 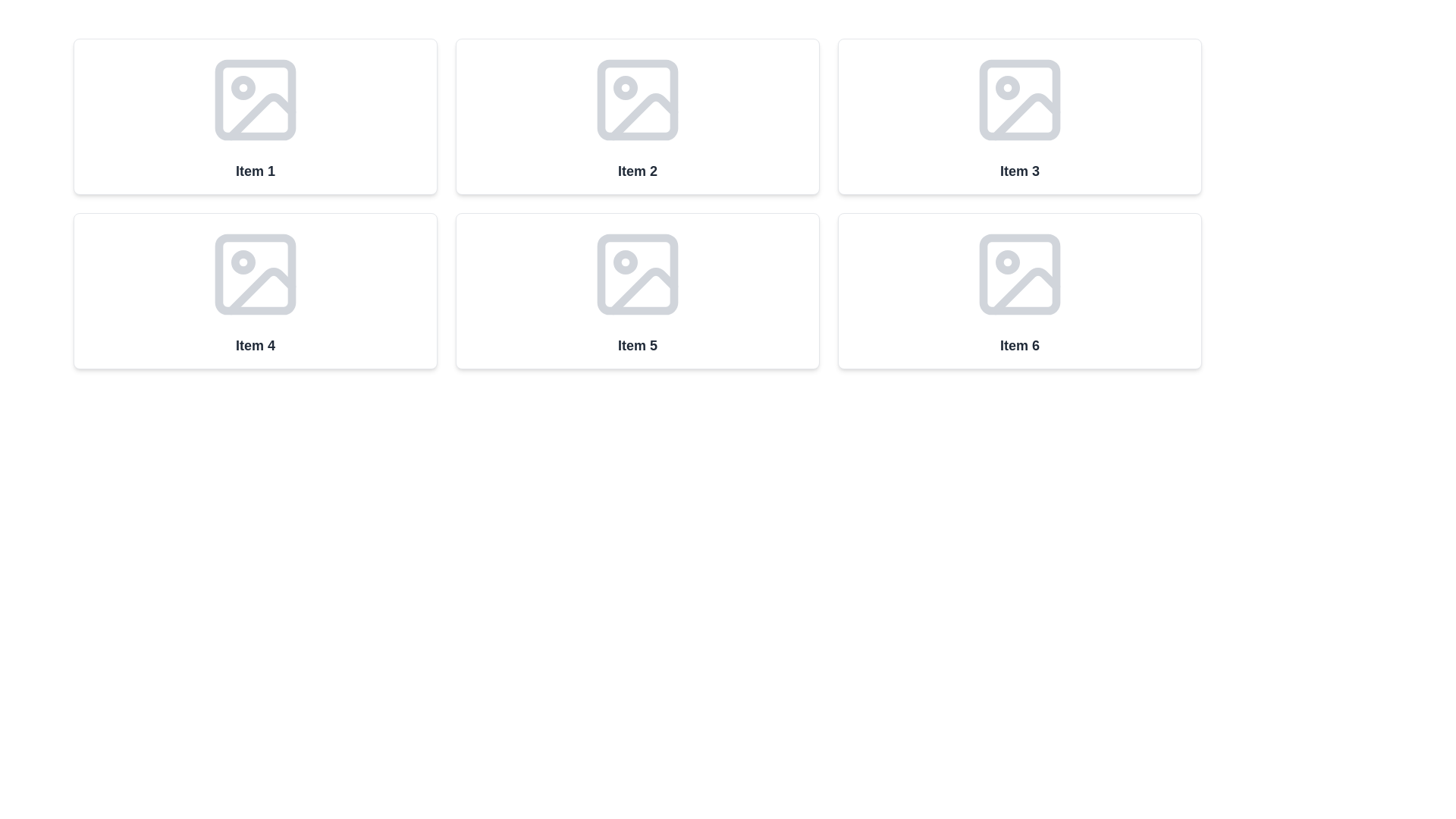 I want to click on the circular graphic detail located in the fourth image card labeled 'Item 4' in the second row, first column of the grid layout, so click(x=243, y=262).